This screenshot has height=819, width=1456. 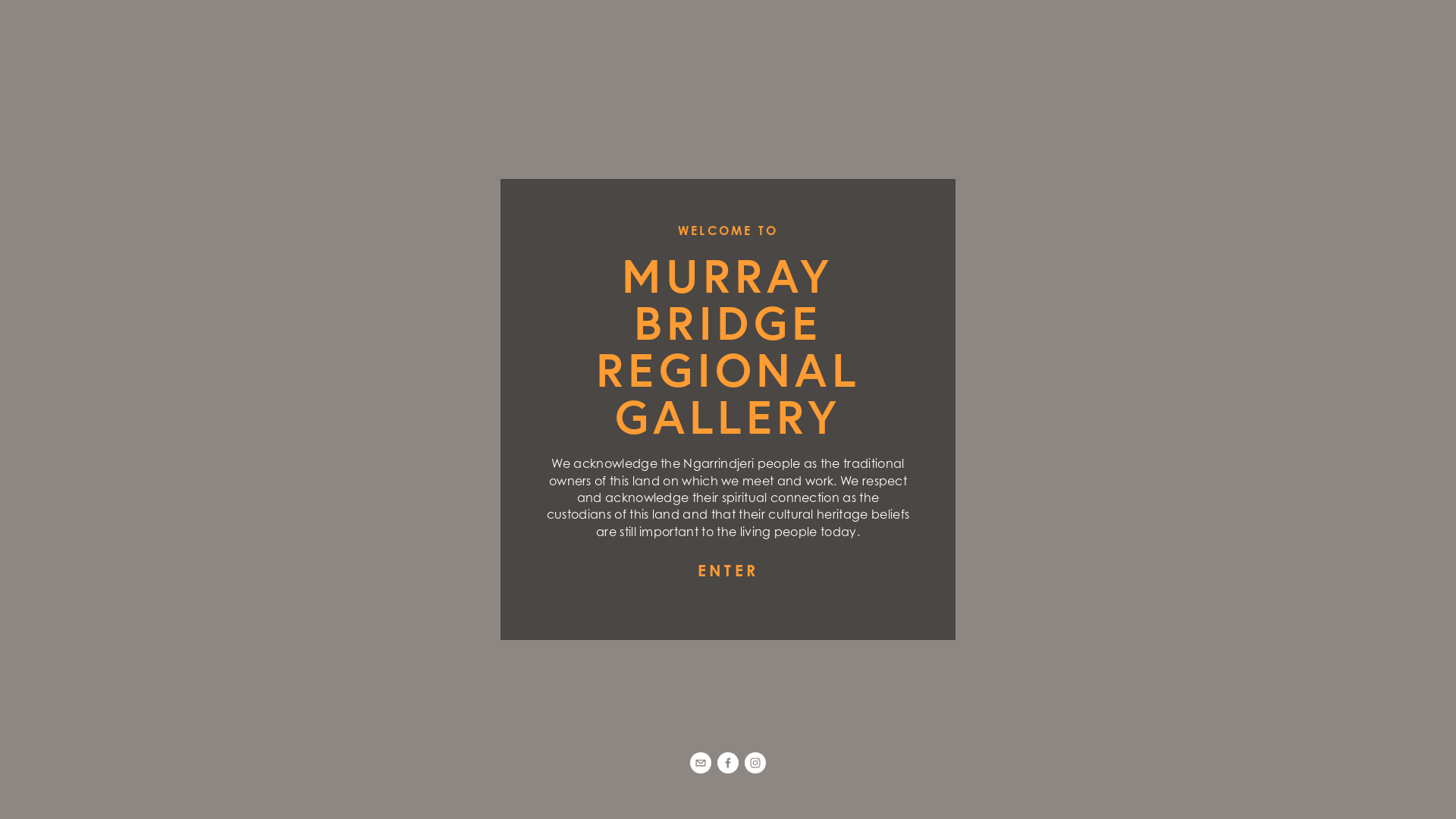 What do you see at coordinates (728, 570) in the screenshot?
I see `'ENTER'` at bounding box center [728, 570].